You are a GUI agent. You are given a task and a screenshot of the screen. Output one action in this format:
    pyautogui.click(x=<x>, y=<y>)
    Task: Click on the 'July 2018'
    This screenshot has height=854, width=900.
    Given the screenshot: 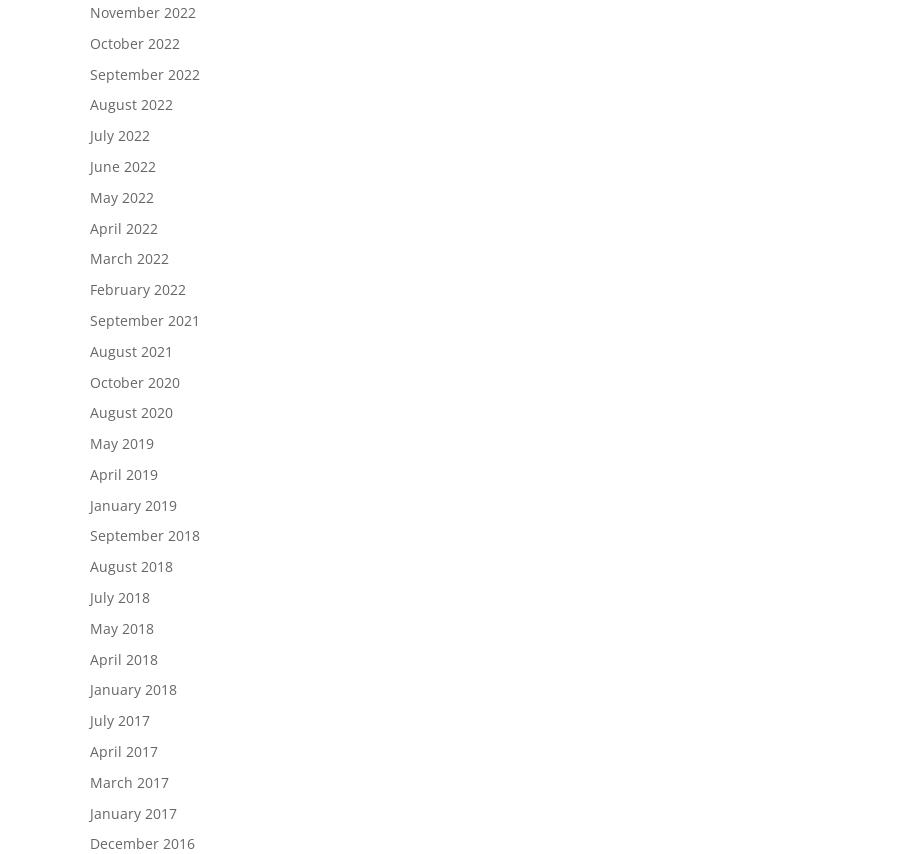 What is the action you would take?
    pyautogui.click(x=119, y=597)
    